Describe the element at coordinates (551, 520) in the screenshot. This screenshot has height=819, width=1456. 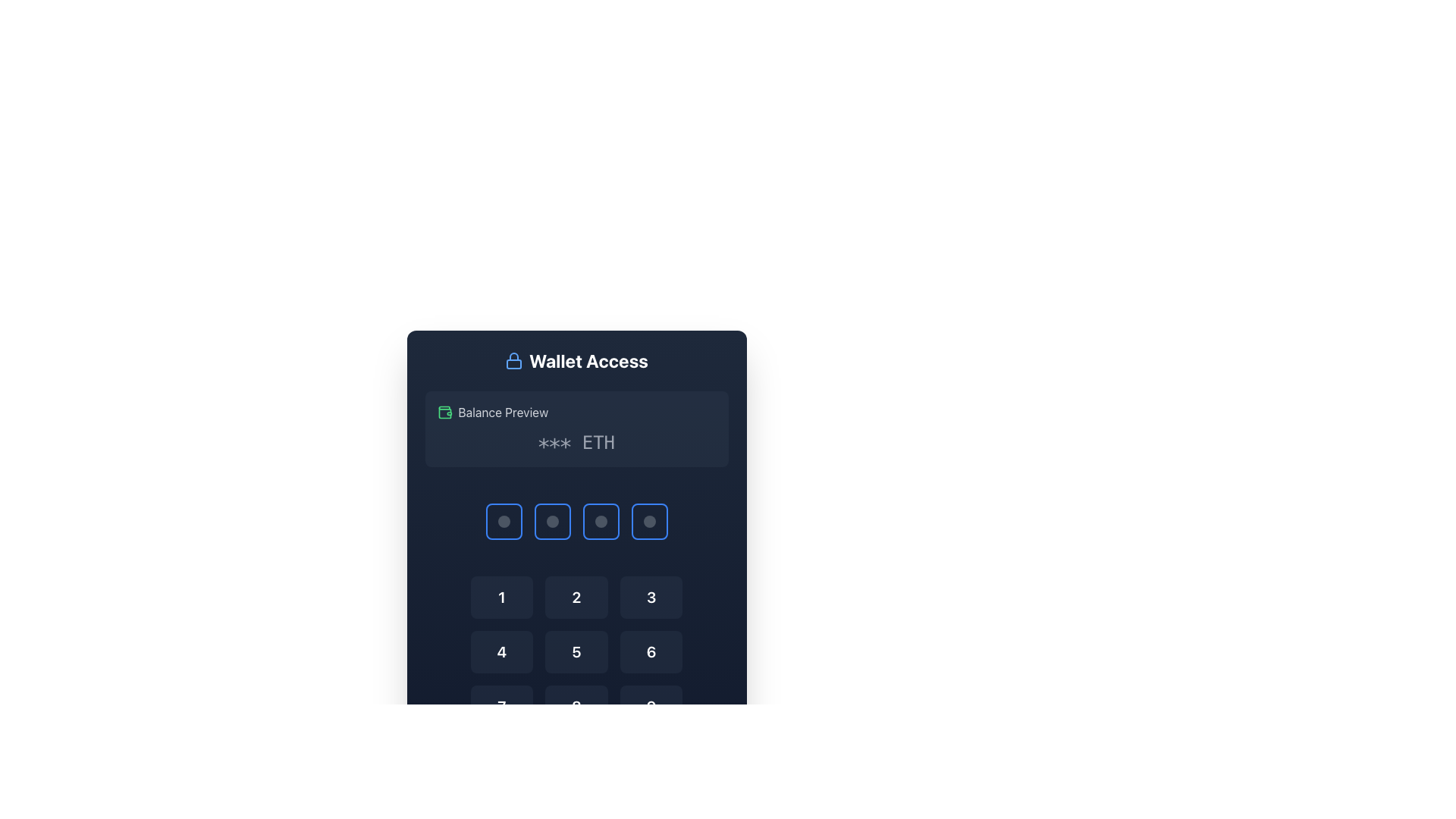
I see `the second circular icon in a row of four icons, located above the numeric keypad and below the 'Balance Preview' text field` at that location.